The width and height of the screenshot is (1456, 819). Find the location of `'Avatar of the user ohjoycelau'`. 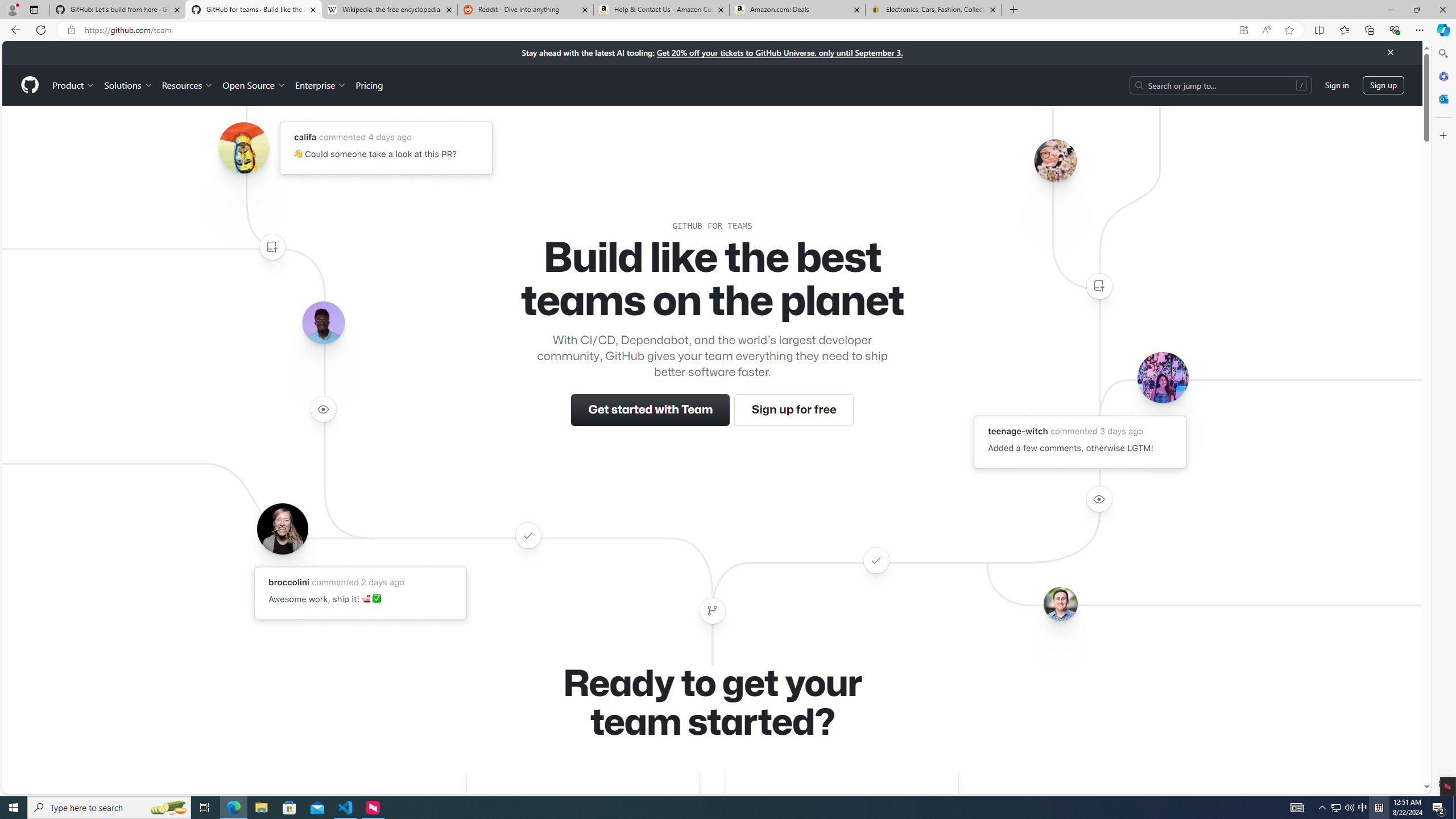

'Avatar of the user ohjoycelau' is located at coordinates (1054, 159).